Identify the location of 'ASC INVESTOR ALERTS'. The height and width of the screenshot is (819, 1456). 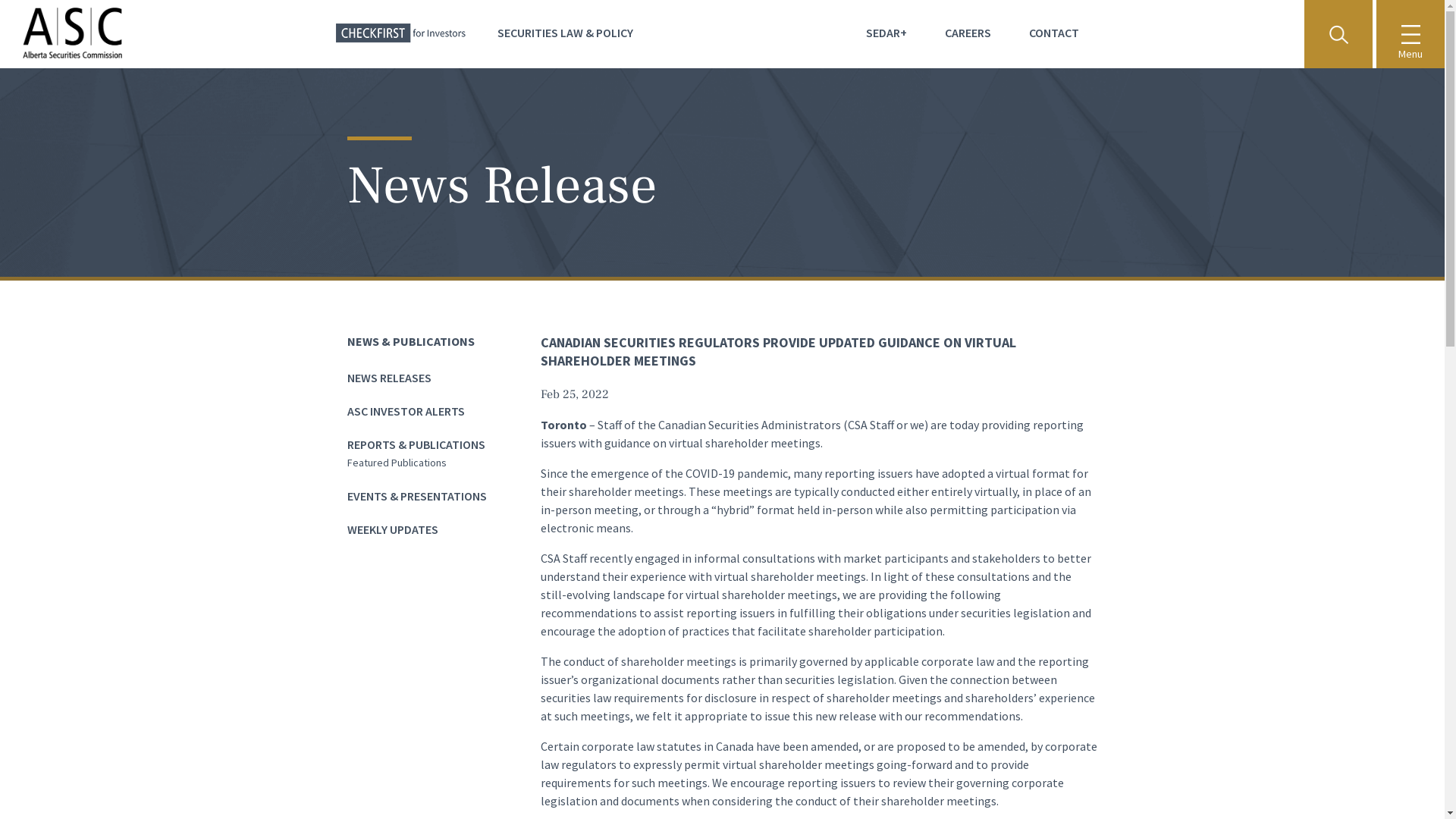
(406, 411).